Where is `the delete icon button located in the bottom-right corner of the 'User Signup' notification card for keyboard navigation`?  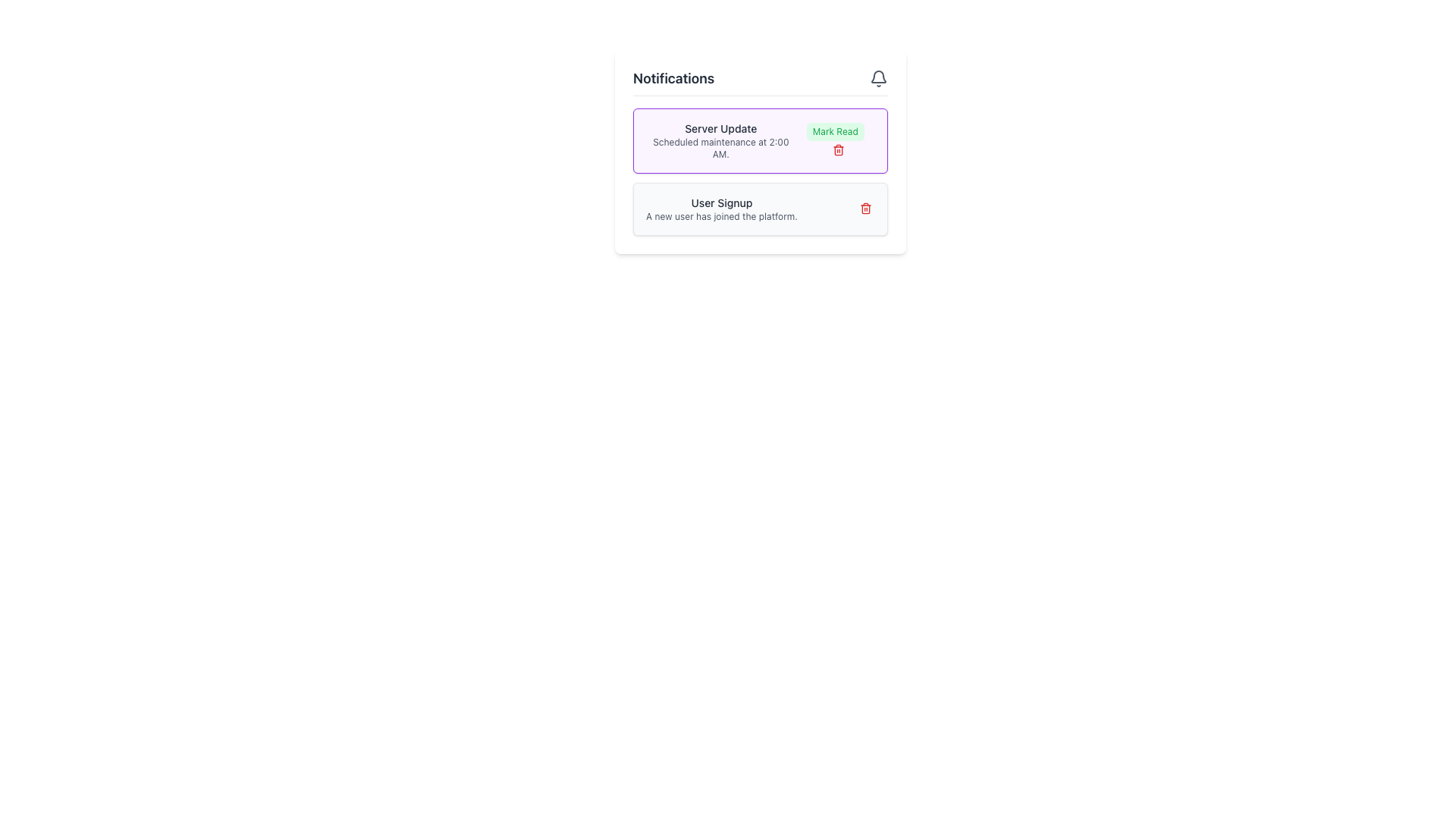 the delete icon button located in the bottom-right corner of the 'User Signup' notification card for keyboard navigation is located at coordinates (866, 208).